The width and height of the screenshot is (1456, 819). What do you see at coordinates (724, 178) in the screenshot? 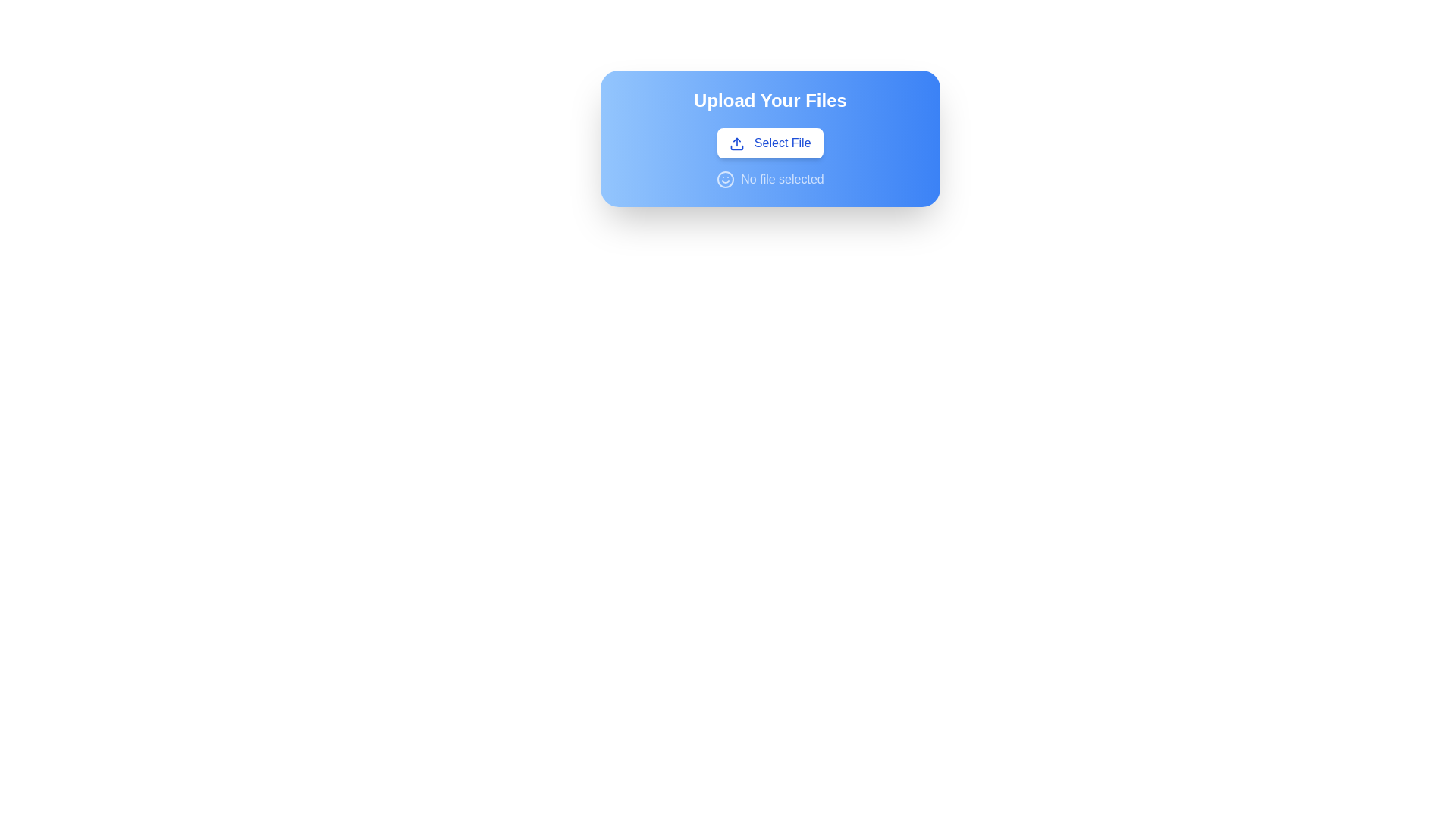
I see `attributes of the SVG circle element that is the central part of the smiley face icon located within the 'No file selected' area beneath the 'Select File' button` at bounding box center [724, 178].